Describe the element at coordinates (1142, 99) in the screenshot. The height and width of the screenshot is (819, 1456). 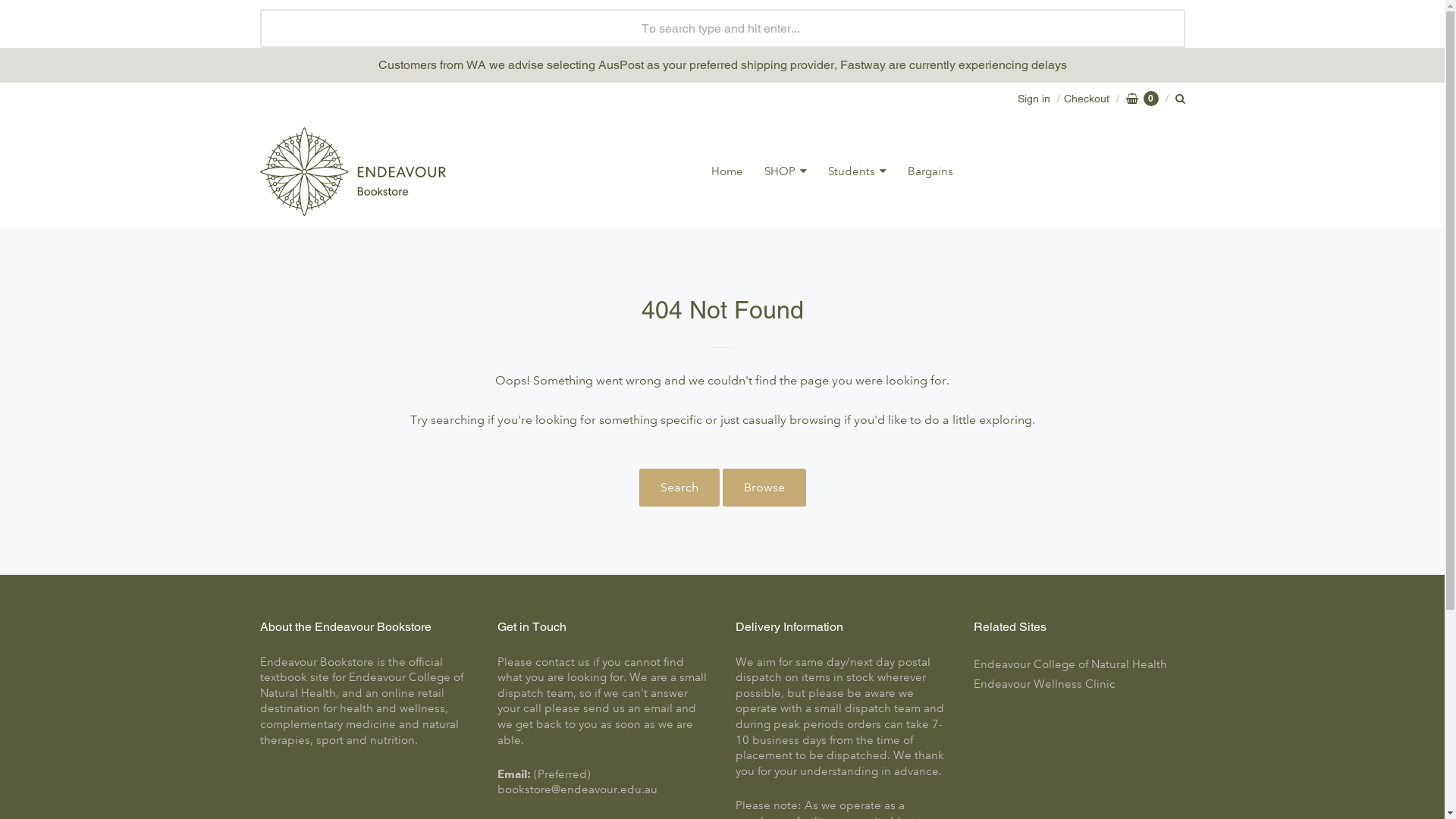
I see `'0'` at that location.